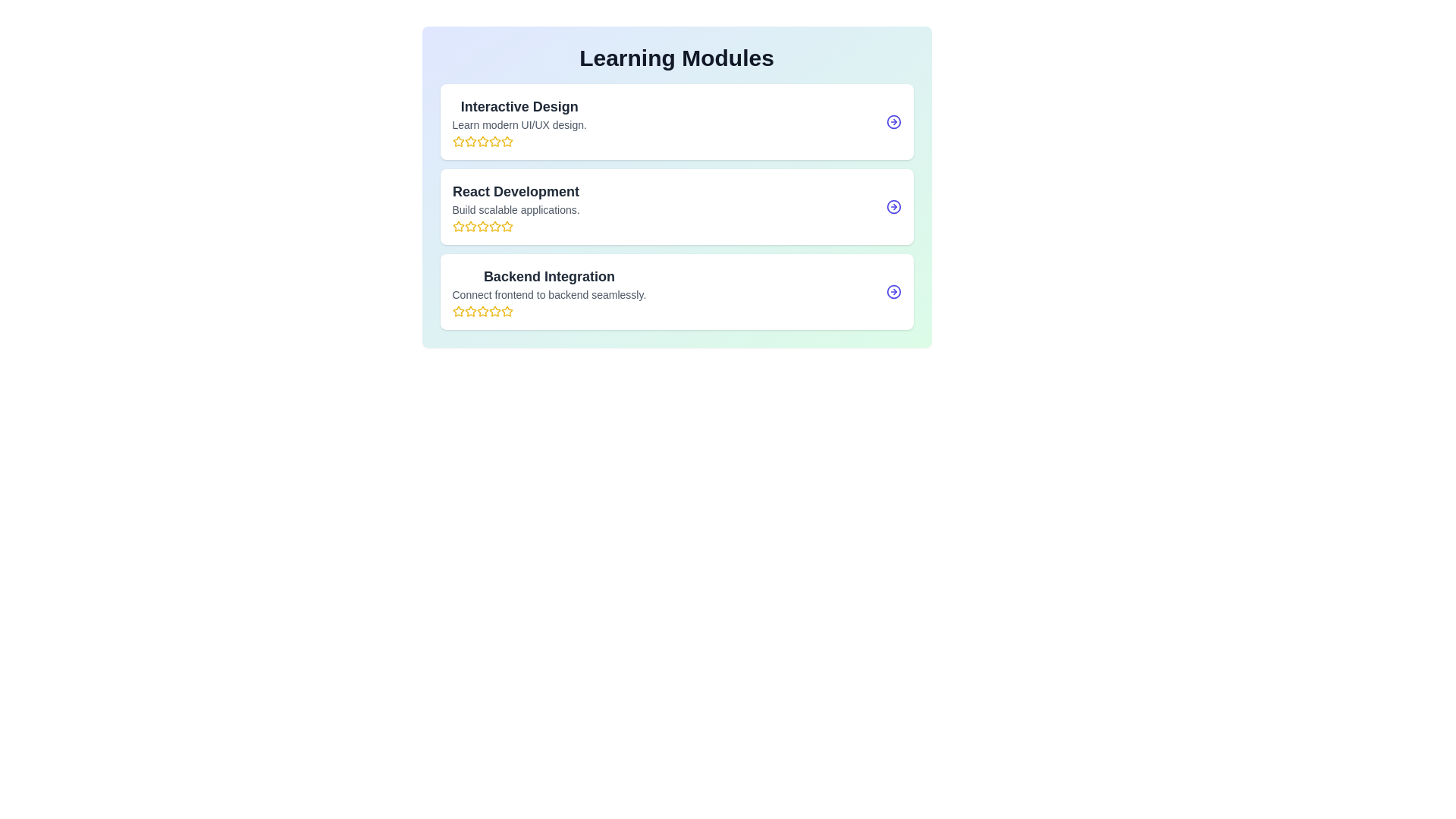  Describe the element at coordinates (676, 121) in the screenshot. I see `the module titled Interactive Design` at that location.